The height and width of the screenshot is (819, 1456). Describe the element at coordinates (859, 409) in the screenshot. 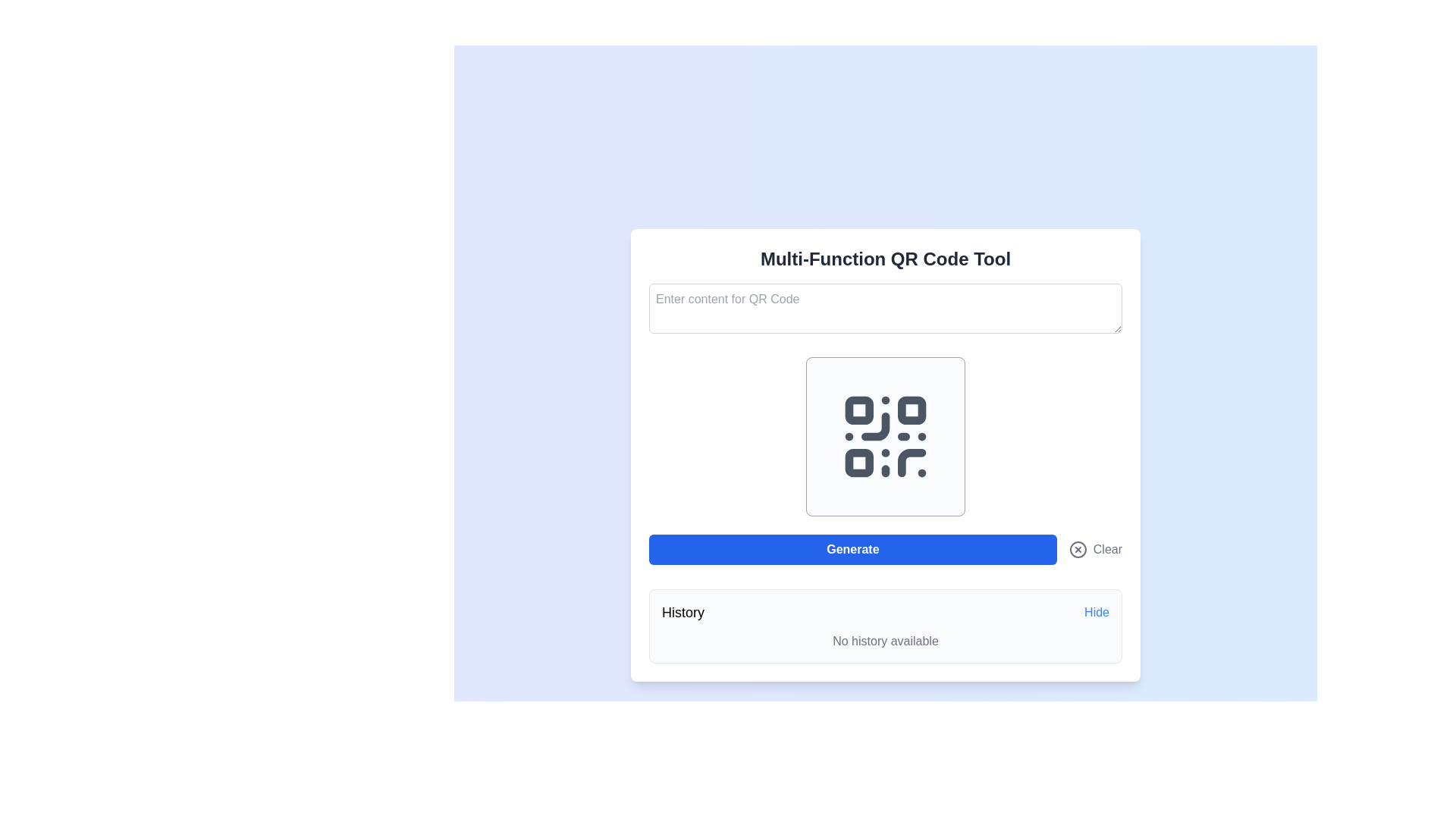

I see `the small square with rounded edges located in the upper-left corner of the QR code grid` at that location.